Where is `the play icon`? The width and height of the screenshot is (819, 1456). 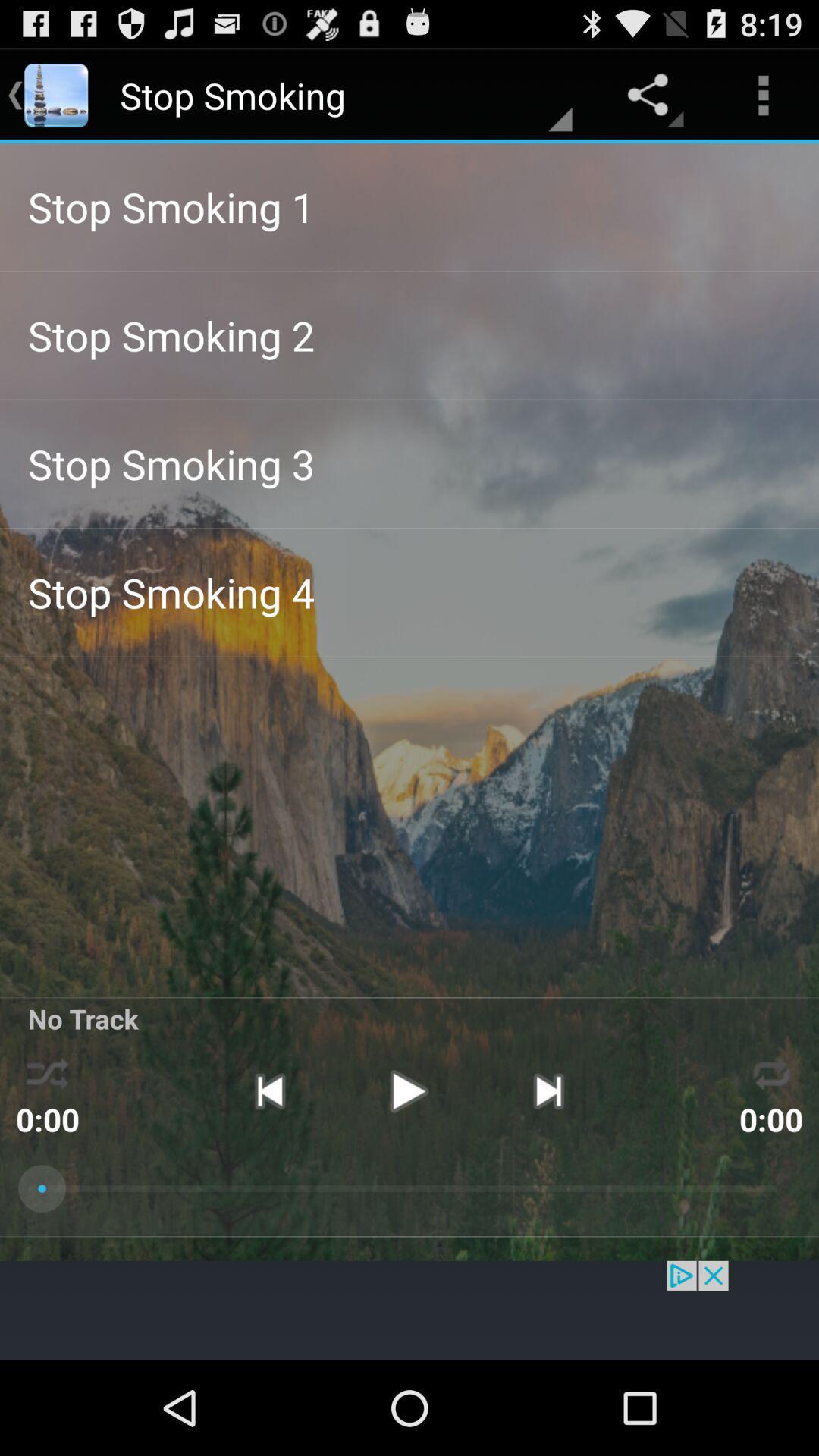
the play icon is located at coordinates (408, 1166).